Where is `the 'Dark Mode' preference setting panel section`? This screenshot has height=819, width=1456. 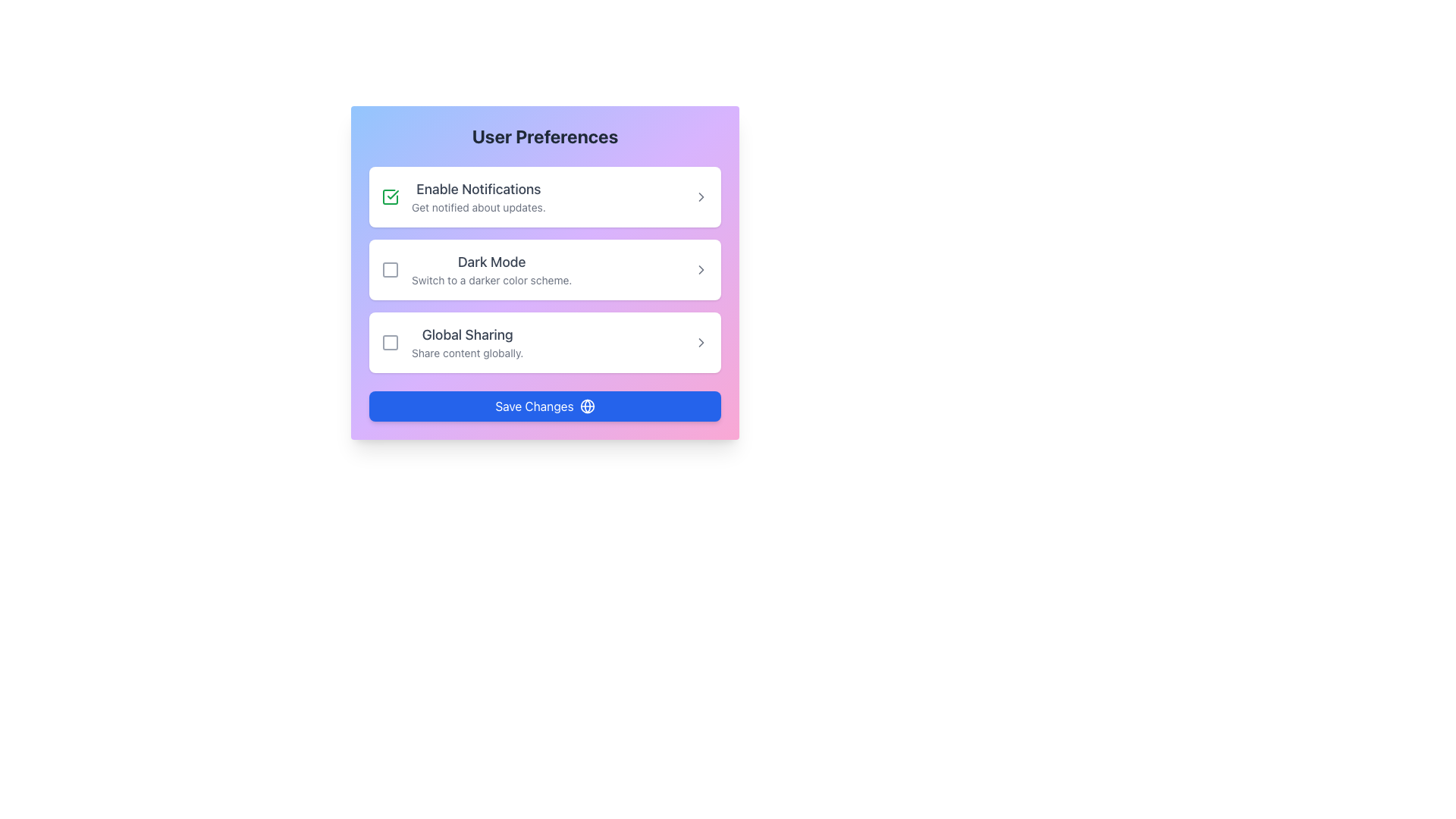 the 'Dark Mode' preference setting panel section is located at coordinates (545, 271).